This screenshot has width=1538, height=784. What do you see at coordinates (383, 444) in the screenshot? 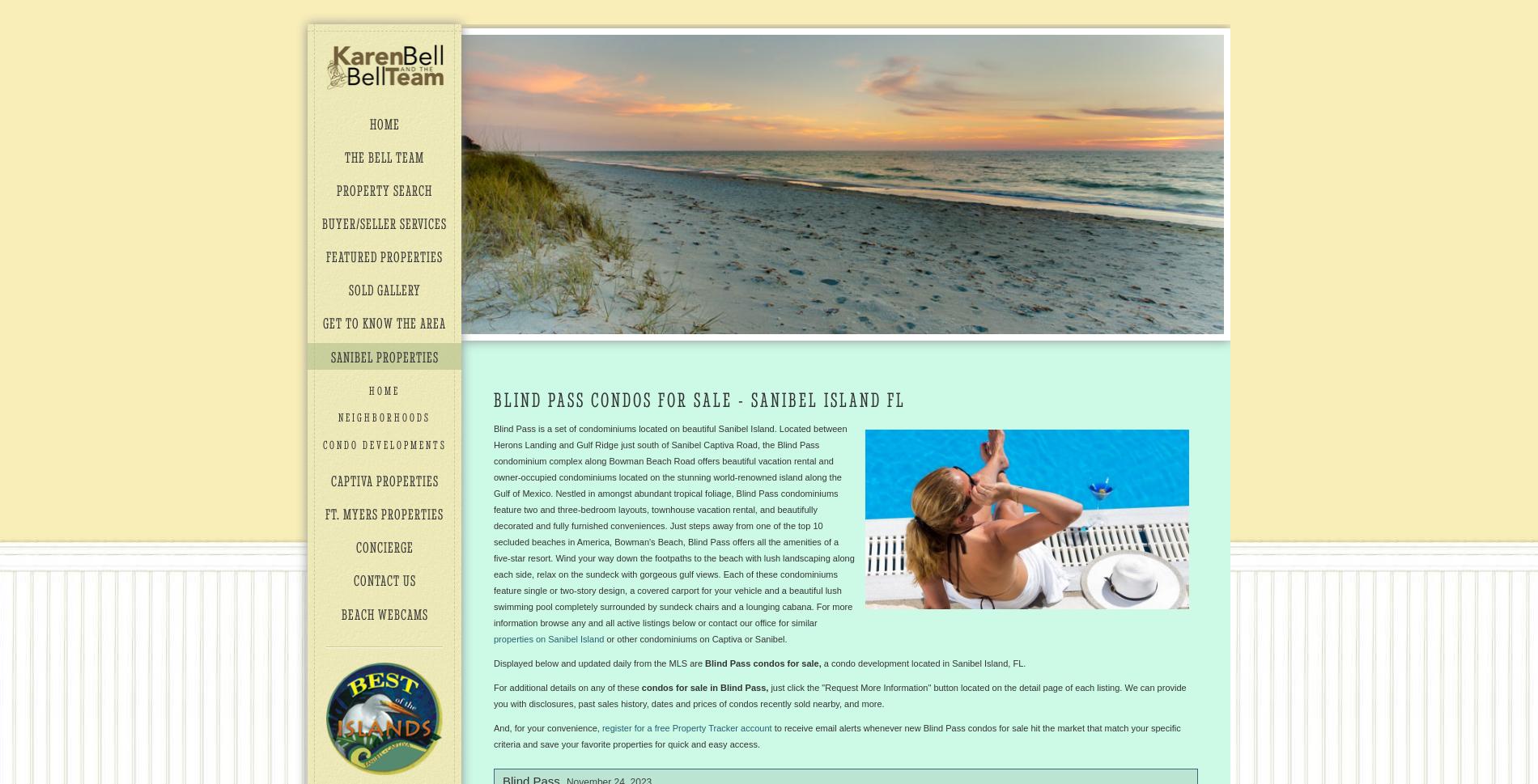
I see `'Condo Developments'` at bounding box center [383, 444].